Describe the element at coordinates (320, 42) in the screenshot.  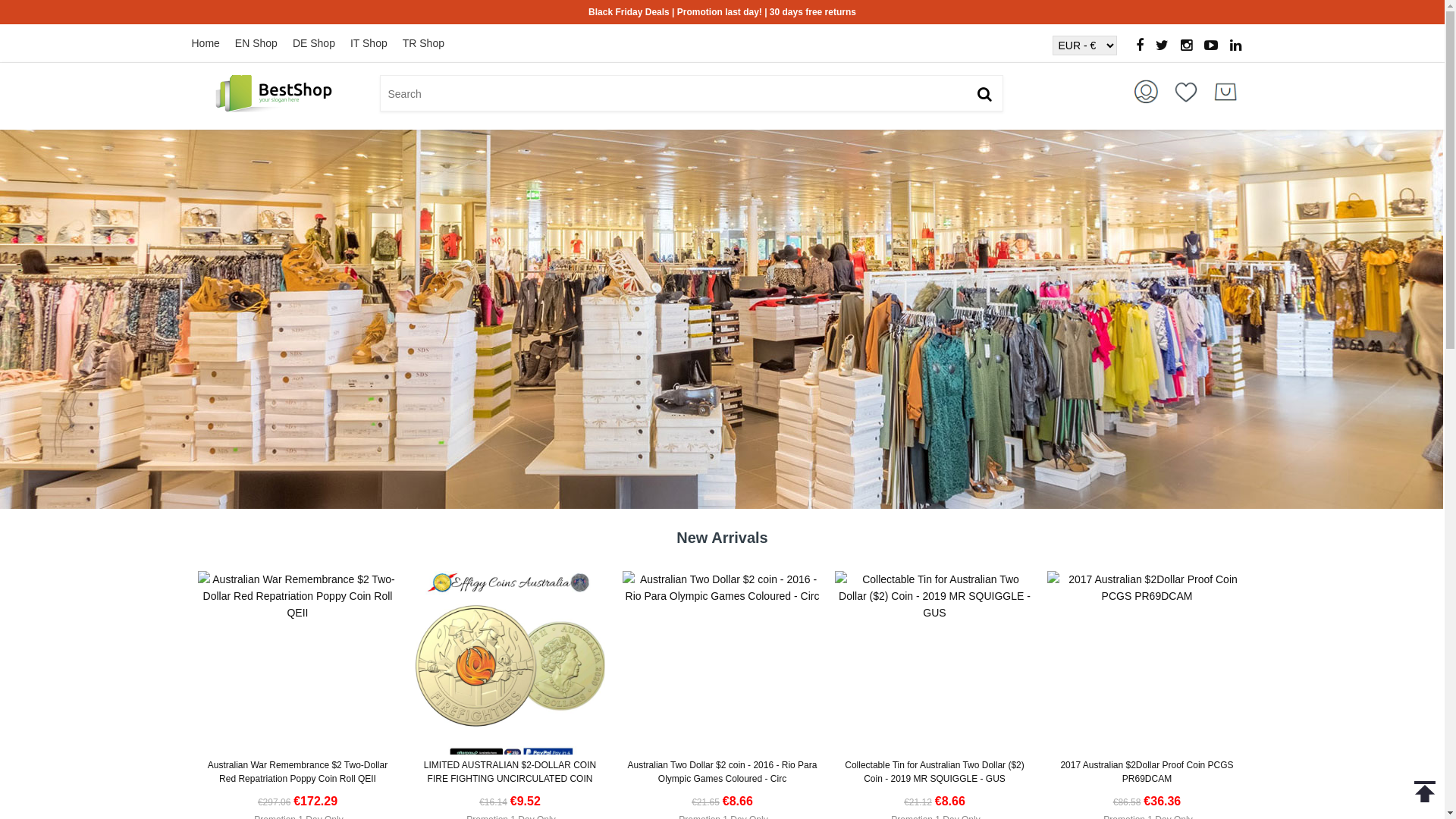
I see `'DE Shop'` at that location.